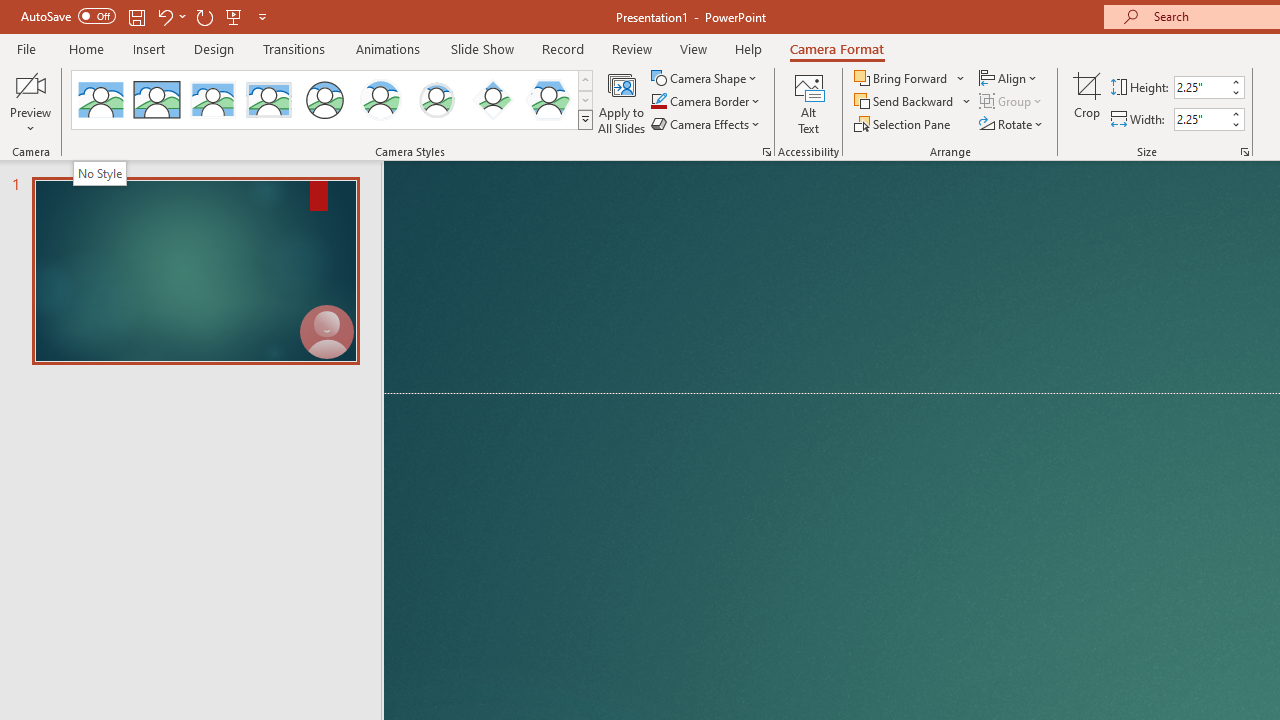  Describe the element at coordinates (904, 101) in the screenshot. I see `'Send Backward'` at that location.